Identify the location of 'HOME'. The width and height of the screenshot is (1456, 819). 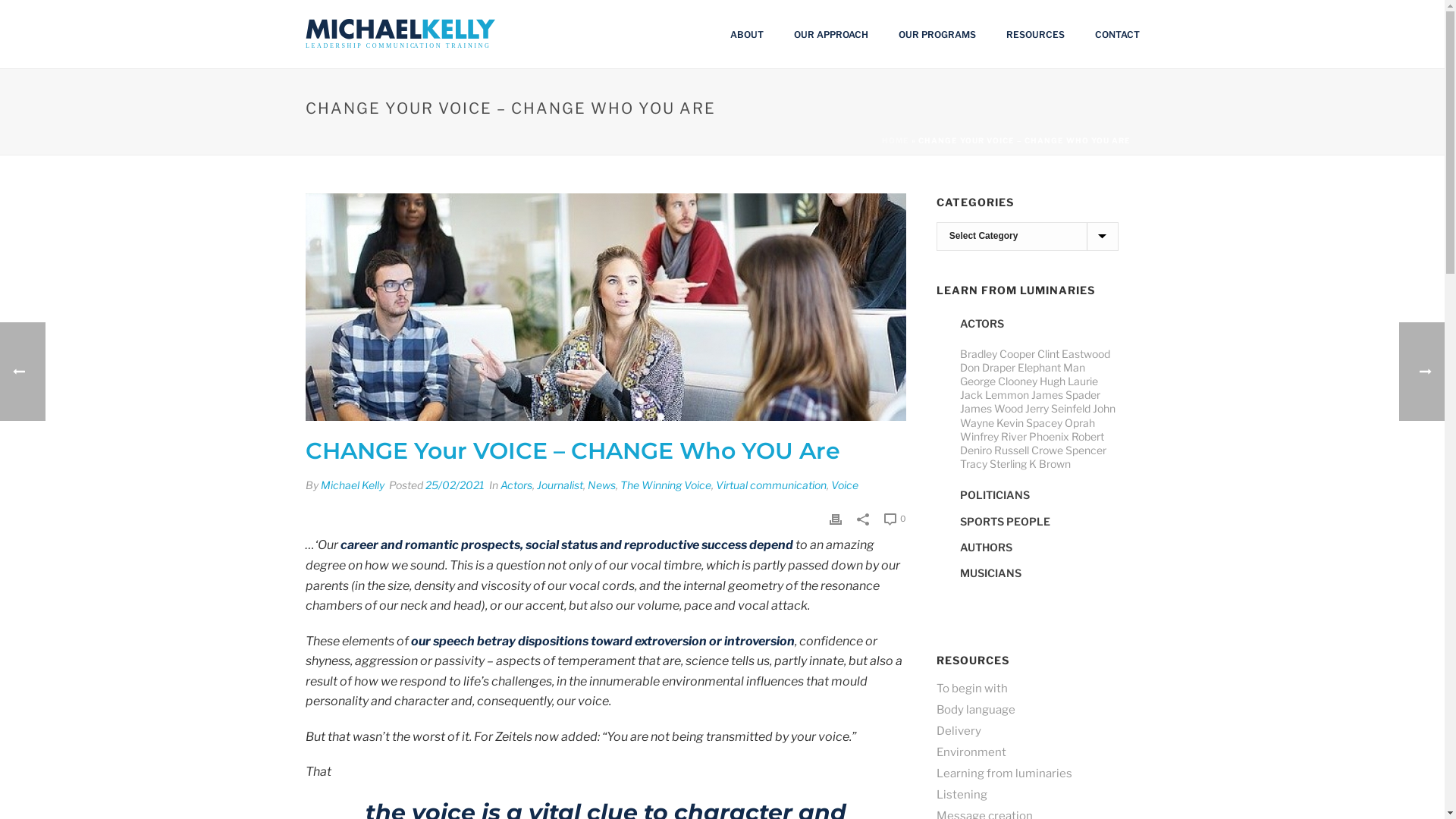
(895, 140).